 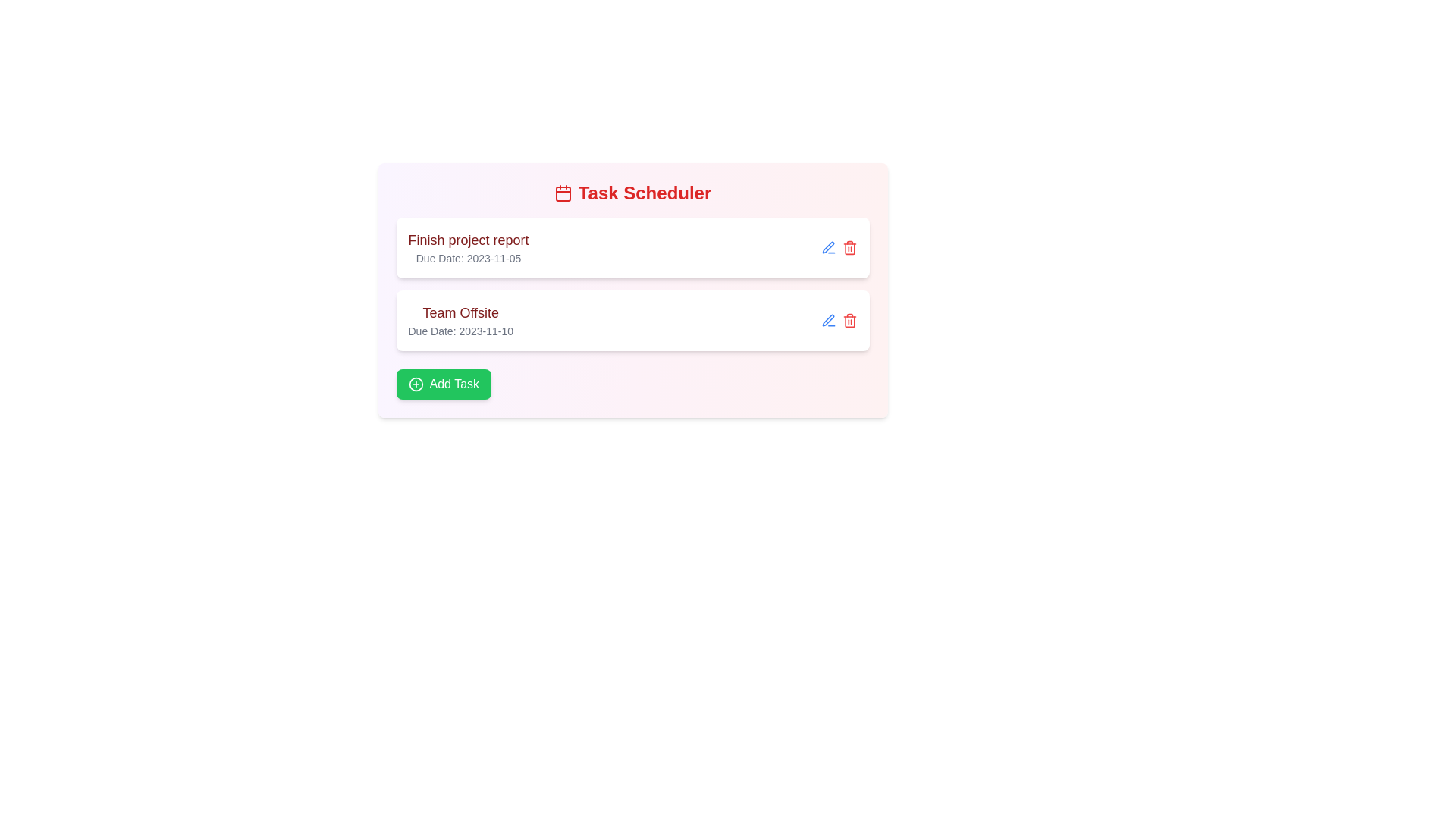 I want to click on 'Add Task' button to add a new task, so click(x=443, y=383).